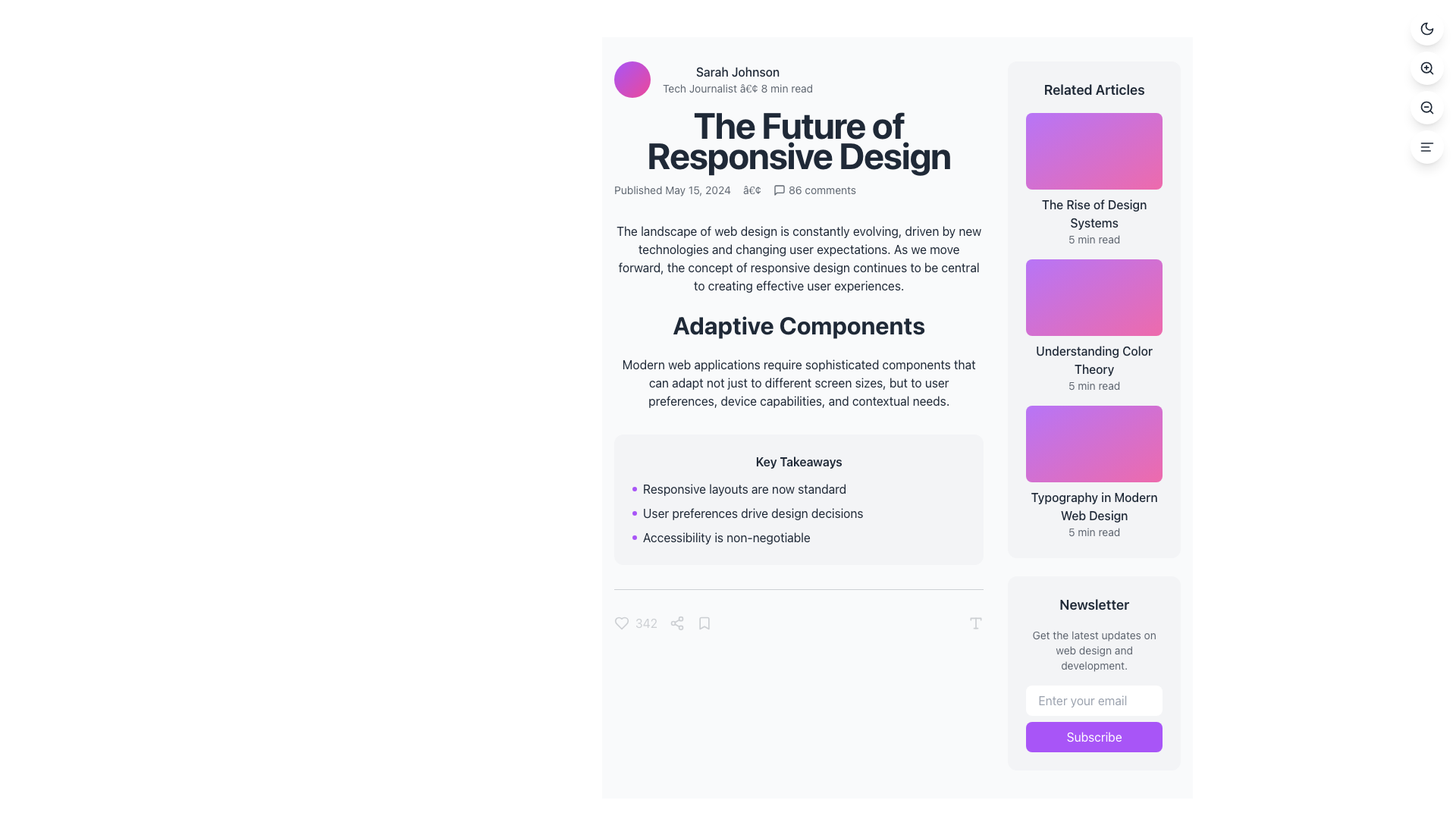 This screenshot has height=819, width=1456. I want to click on the static text element displaying 'Understanding Color Theory' to observe the hover effects that change its color to purple, so click(1094, 360).